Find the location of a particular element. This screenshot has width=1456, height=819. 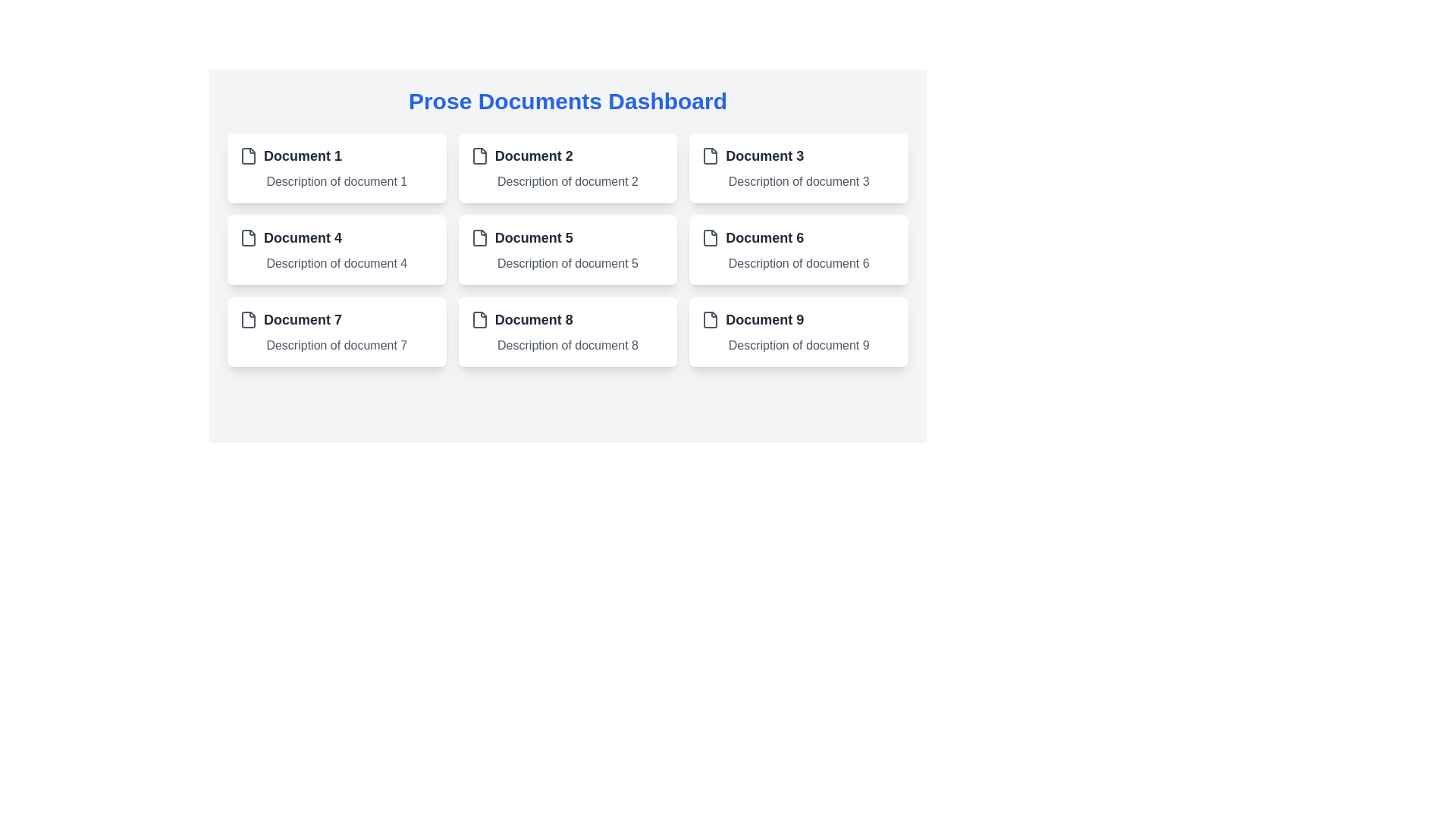

the text label displaying the title 'Document 5', which is styled with a large, bold font and accompanied by a file icon on its left is located at coordinates (566, 237).